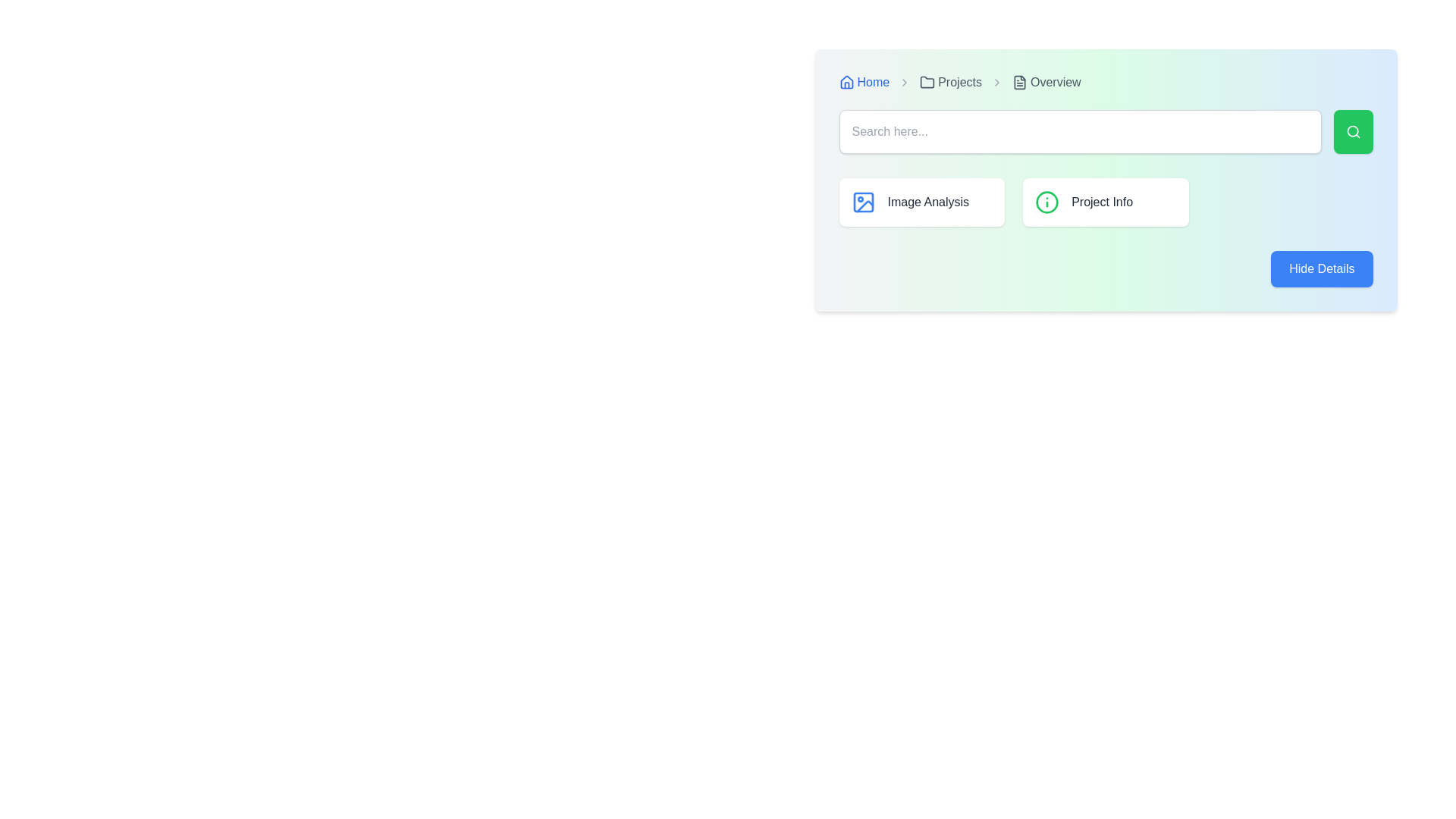  I want to click on the 'Home' hyperlink in the breadcrumb navigation, so click(864, 82).